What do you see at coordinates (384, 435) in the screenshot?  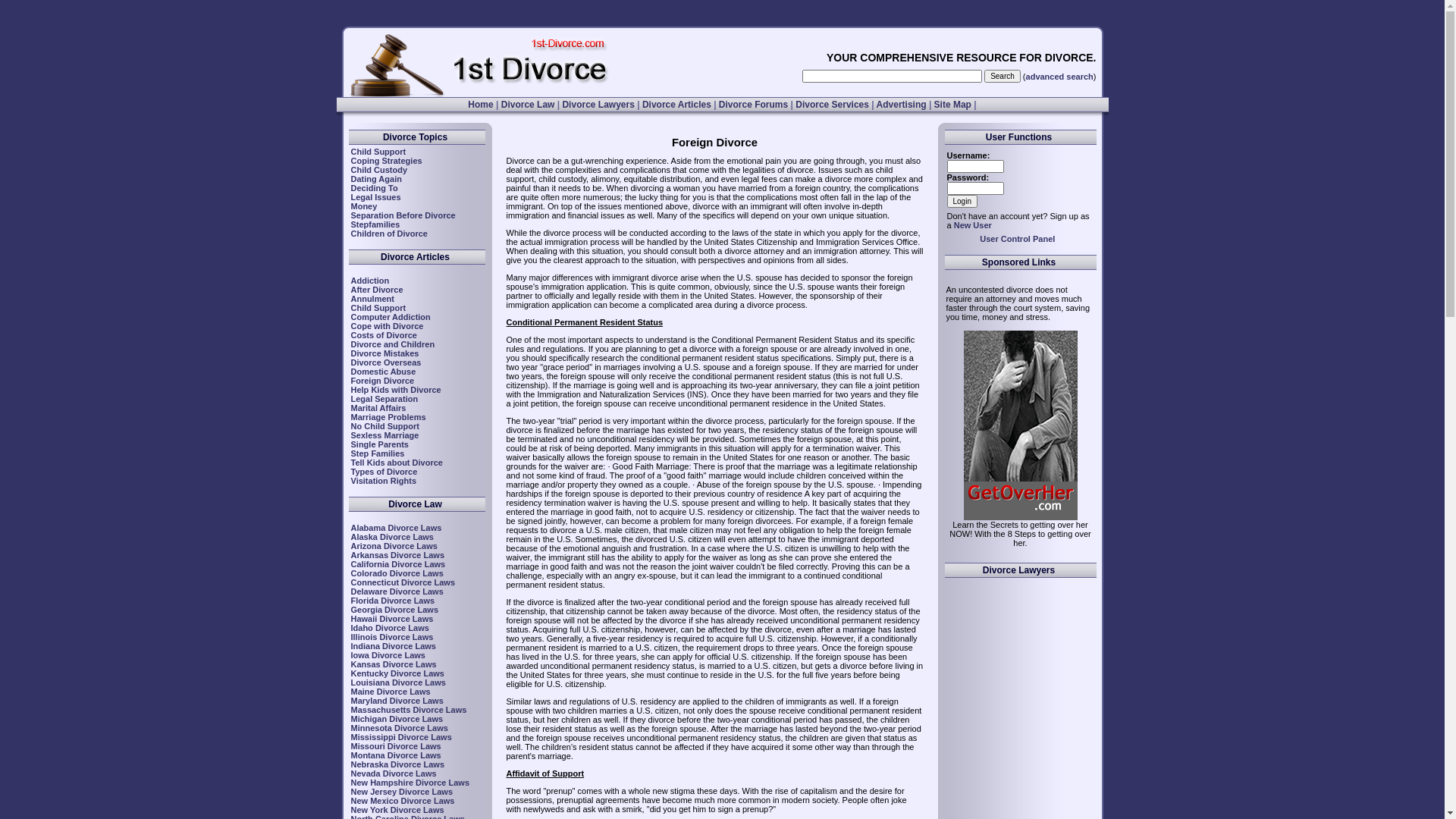 I see `'Sexless Marriage'` at bounding box center [384, 435].